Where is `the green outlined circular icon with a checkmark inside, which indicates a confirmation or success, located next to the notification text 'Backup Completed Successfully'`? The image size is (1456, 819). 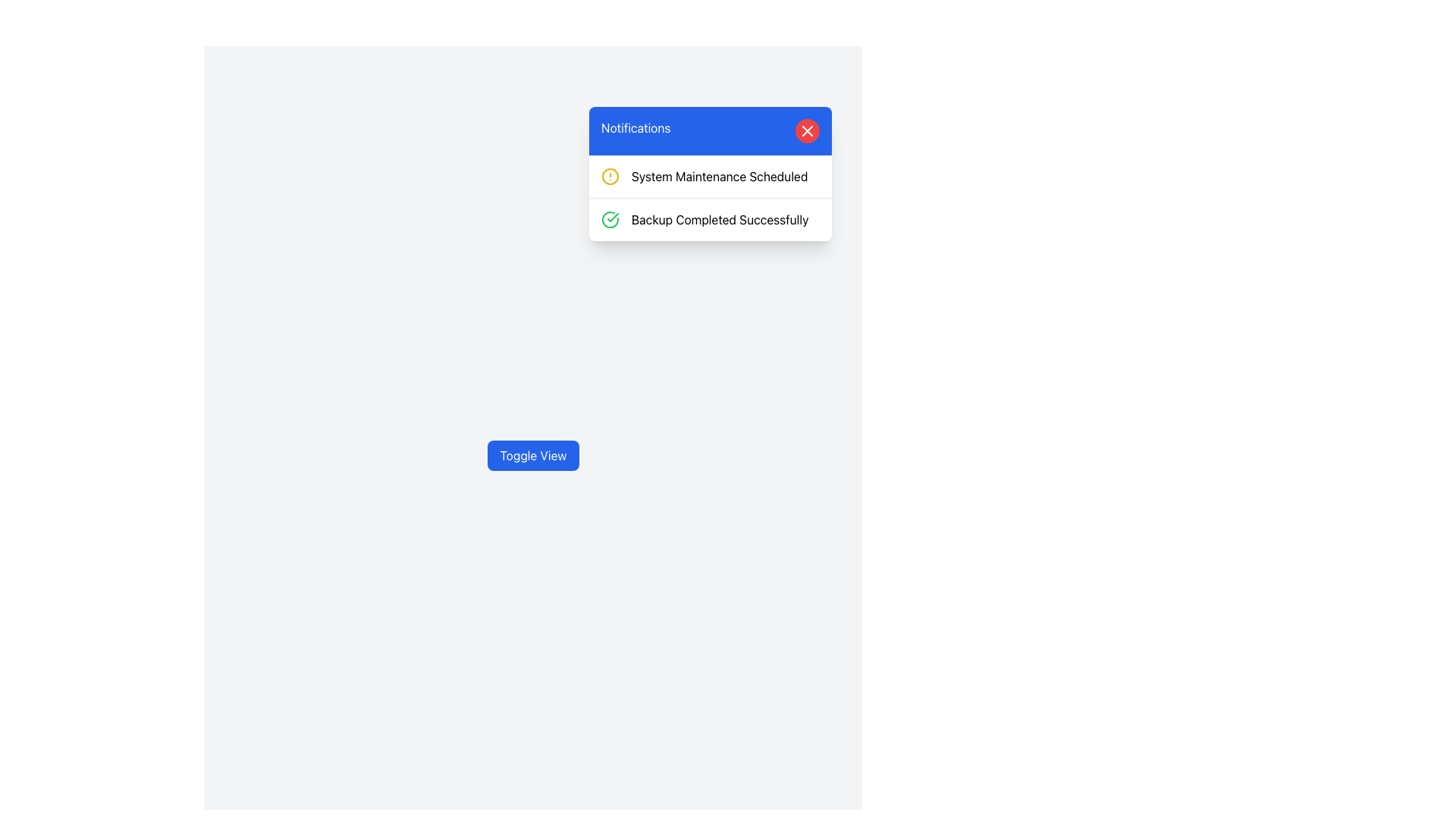 the green outlined circular icon with a checkmark inside, which indicates a confirmation or success, located next to the notification text 'Backup Completed Successfully' is located at coordinates (610, 219).